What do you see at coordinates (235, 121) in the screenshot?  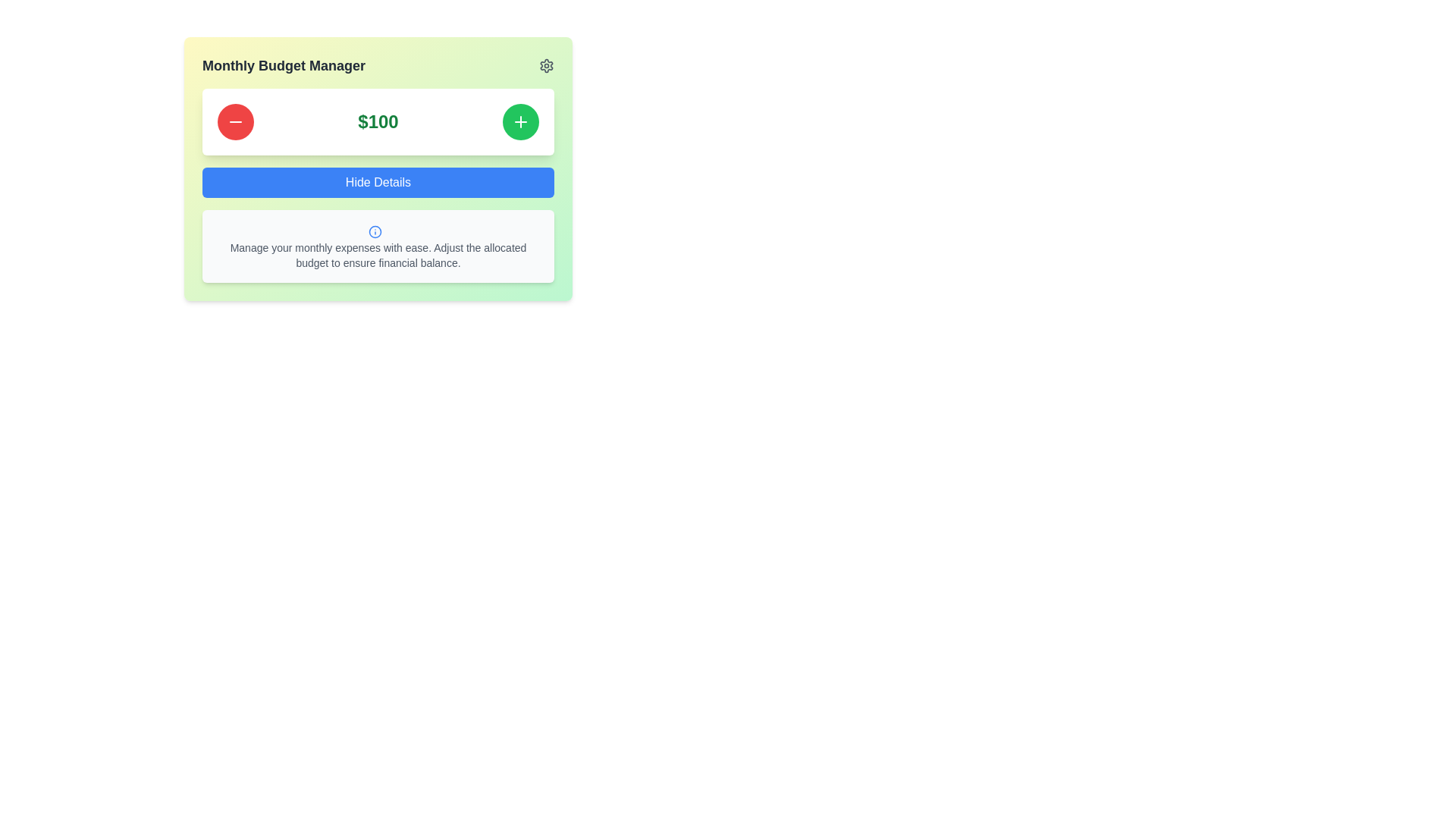 I see `the decrement button located to the left of the green dollar amount and the '+' button to decrease the associated value` at bounding box center [235, 121].